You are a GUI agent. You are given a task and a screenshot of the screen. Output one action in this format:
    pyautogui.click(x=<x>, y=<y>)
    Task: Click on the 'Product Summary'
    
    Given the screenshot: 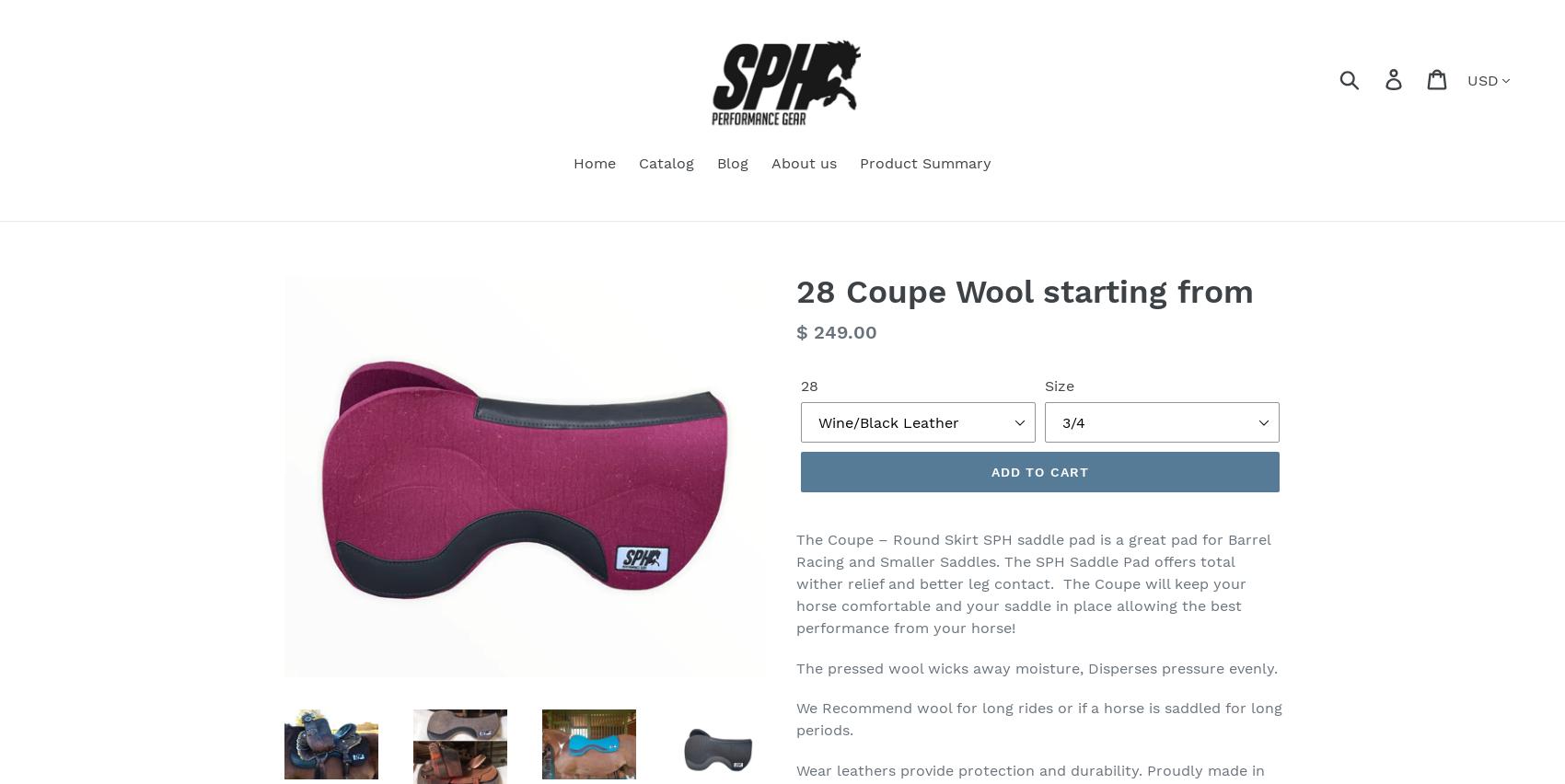 What is the action you would take?
    pyautogui.click(x=924, y=162)
    